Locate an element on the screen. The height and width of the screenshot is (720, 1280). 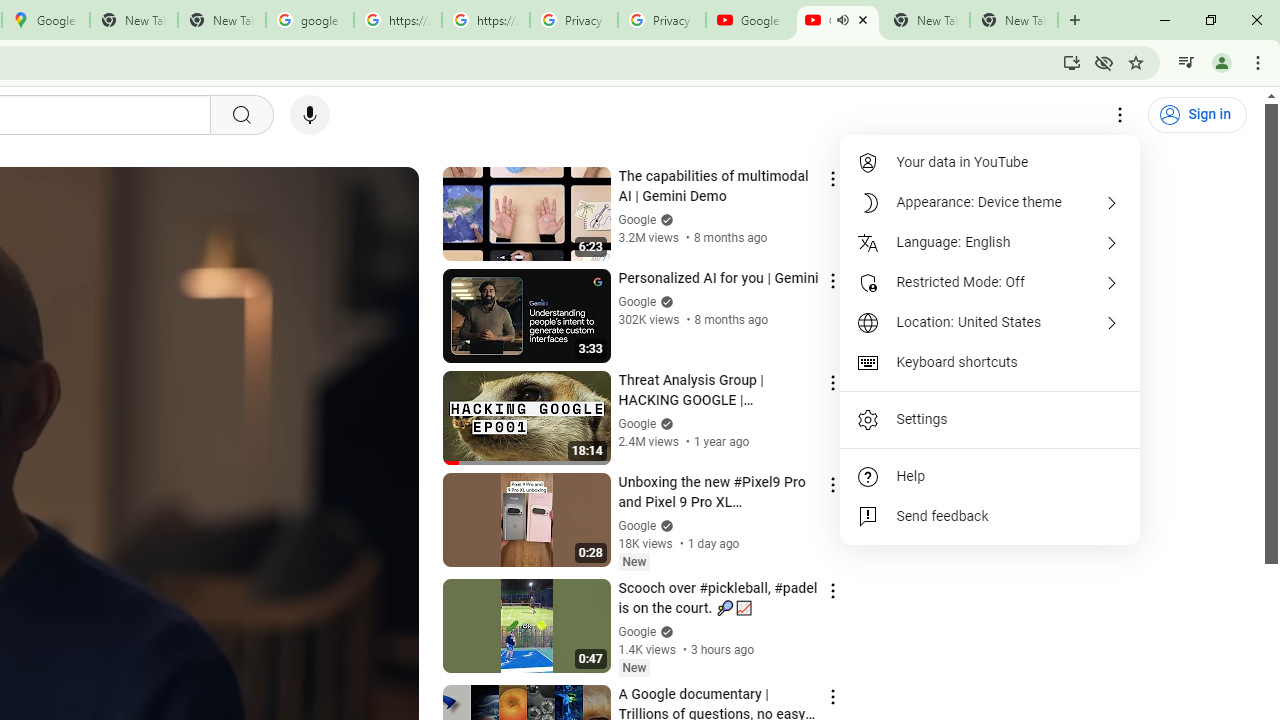
'Search with your voice' is located at coordinates (308, 115).